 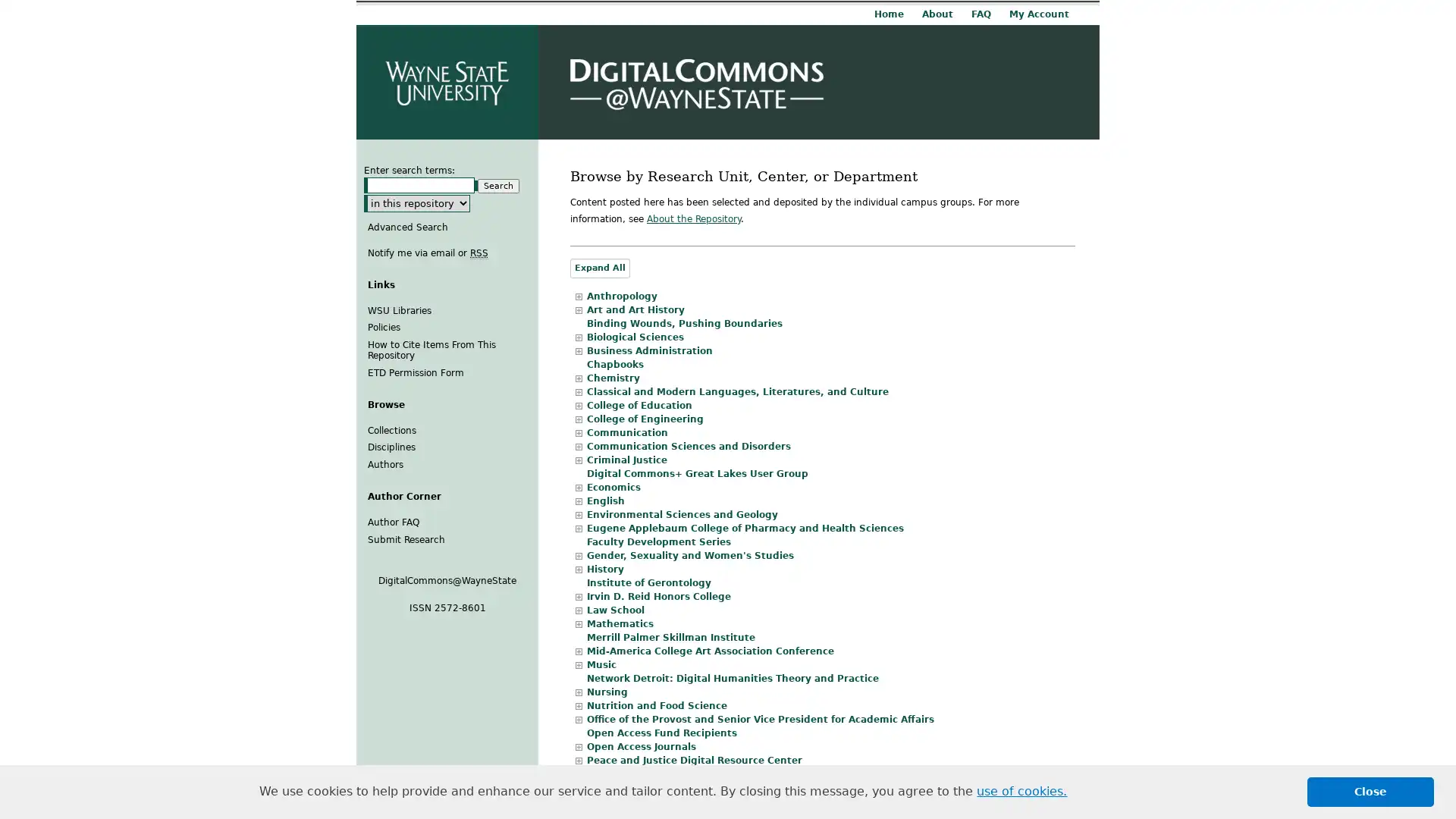 I want to click on Search, so click(x=498, y=185).